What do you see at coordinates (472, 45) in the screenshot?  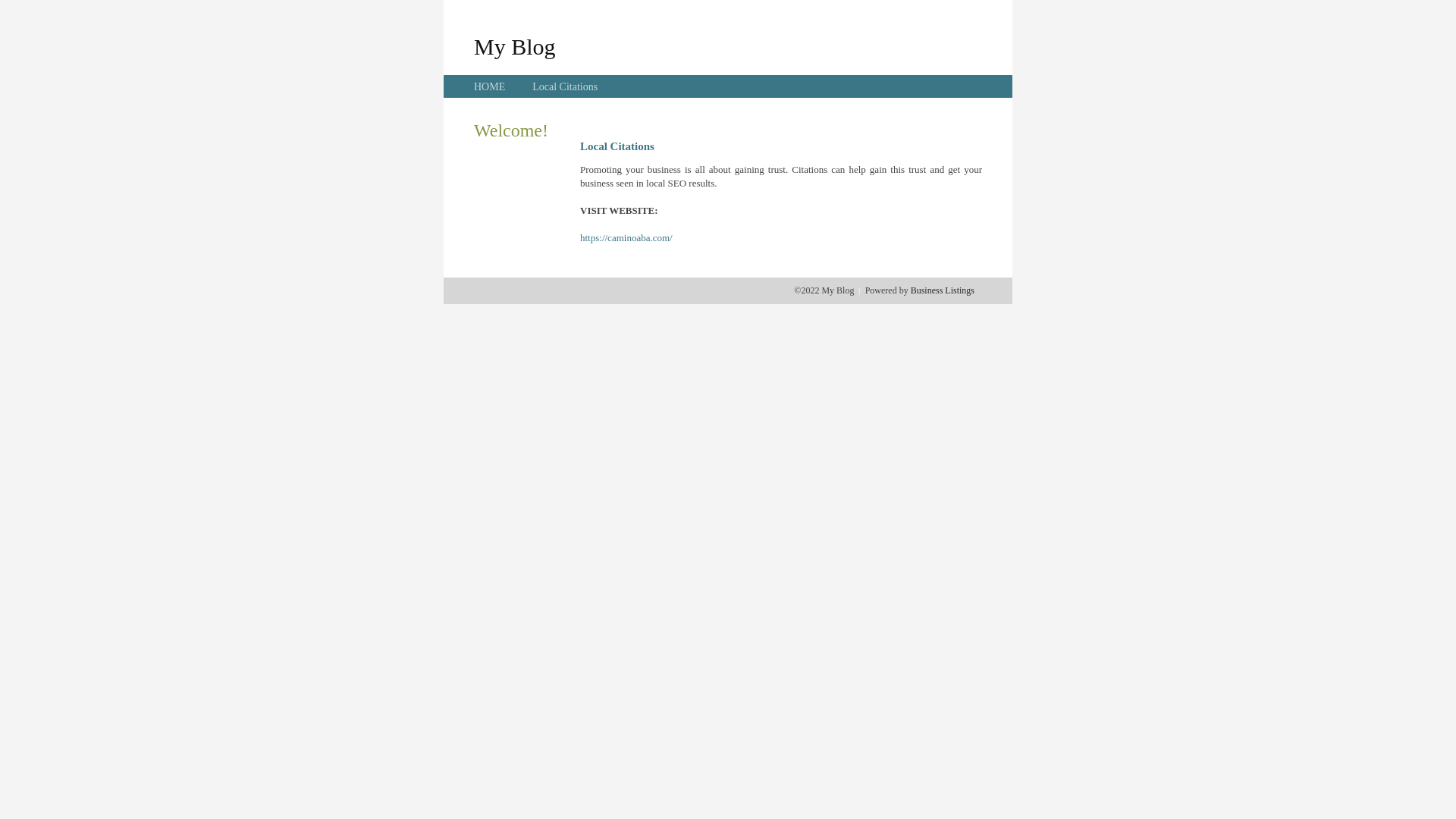 I see `'My Blog'` at bounding box center [472, 45].